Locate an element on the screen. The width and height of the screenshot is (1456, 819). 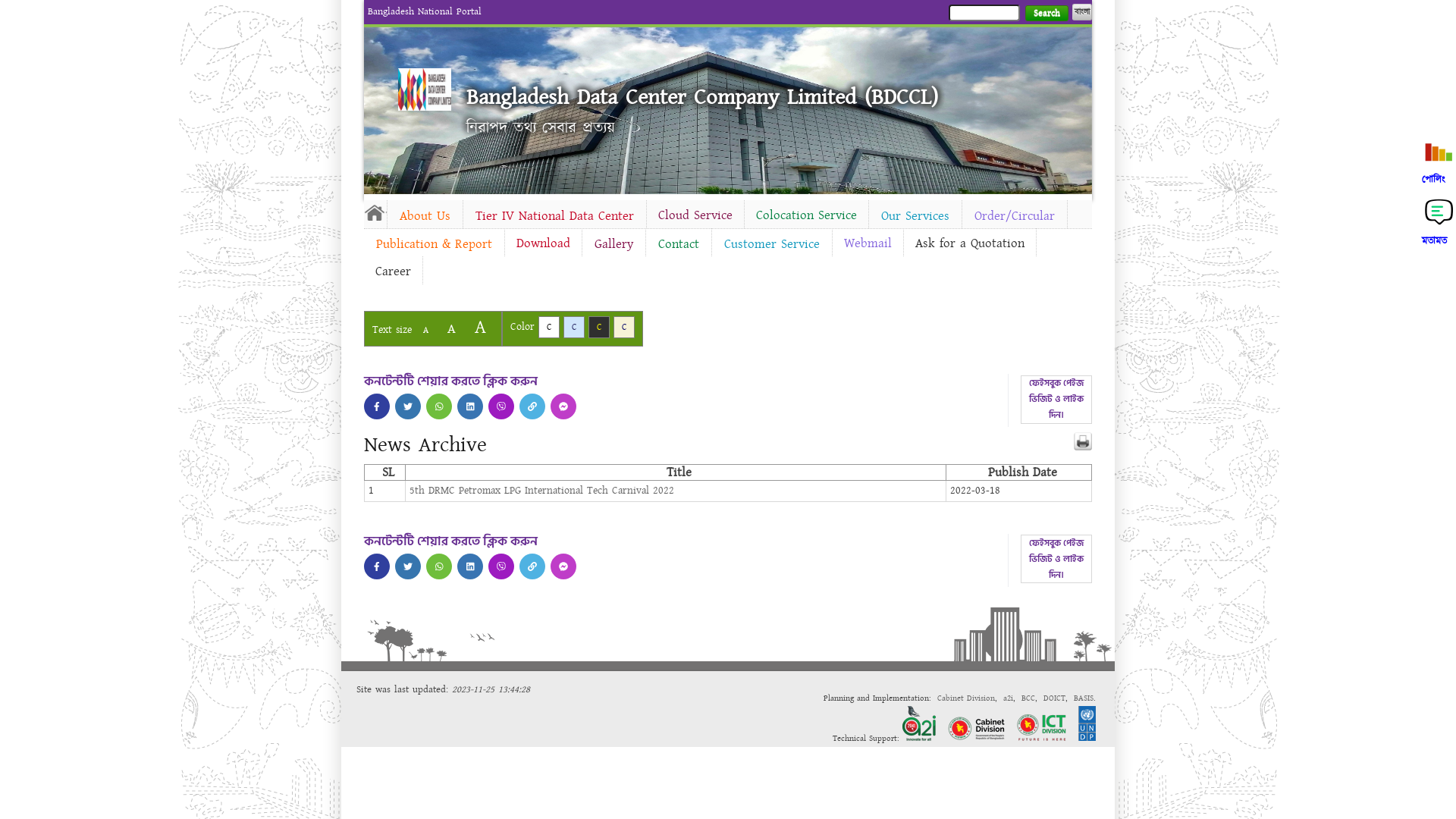
'Cabinet Division' is located at coordinates (965, 698).